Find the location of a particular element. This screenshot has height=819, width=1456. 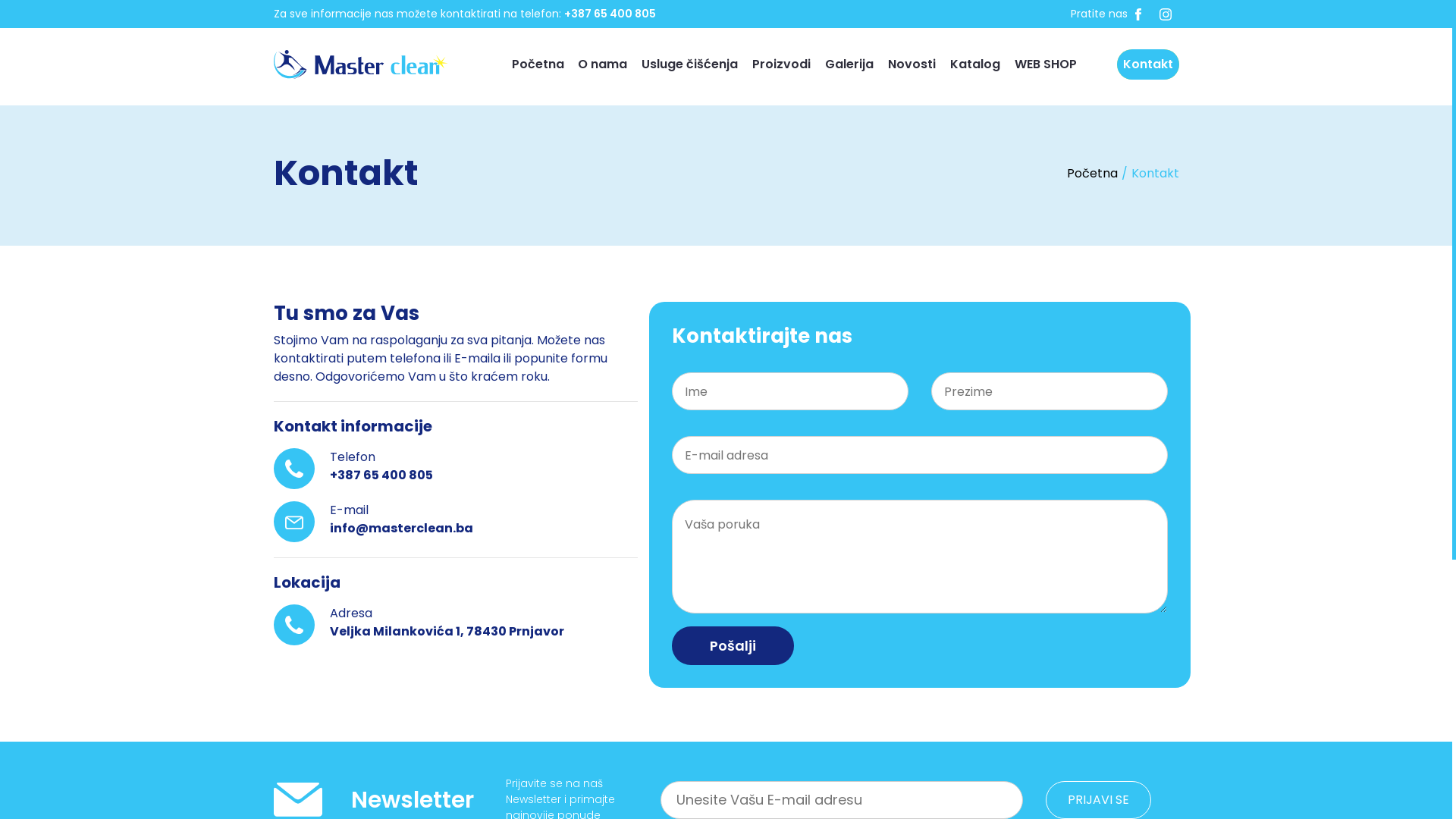

'O nama' is located at coordinates (601, 63).